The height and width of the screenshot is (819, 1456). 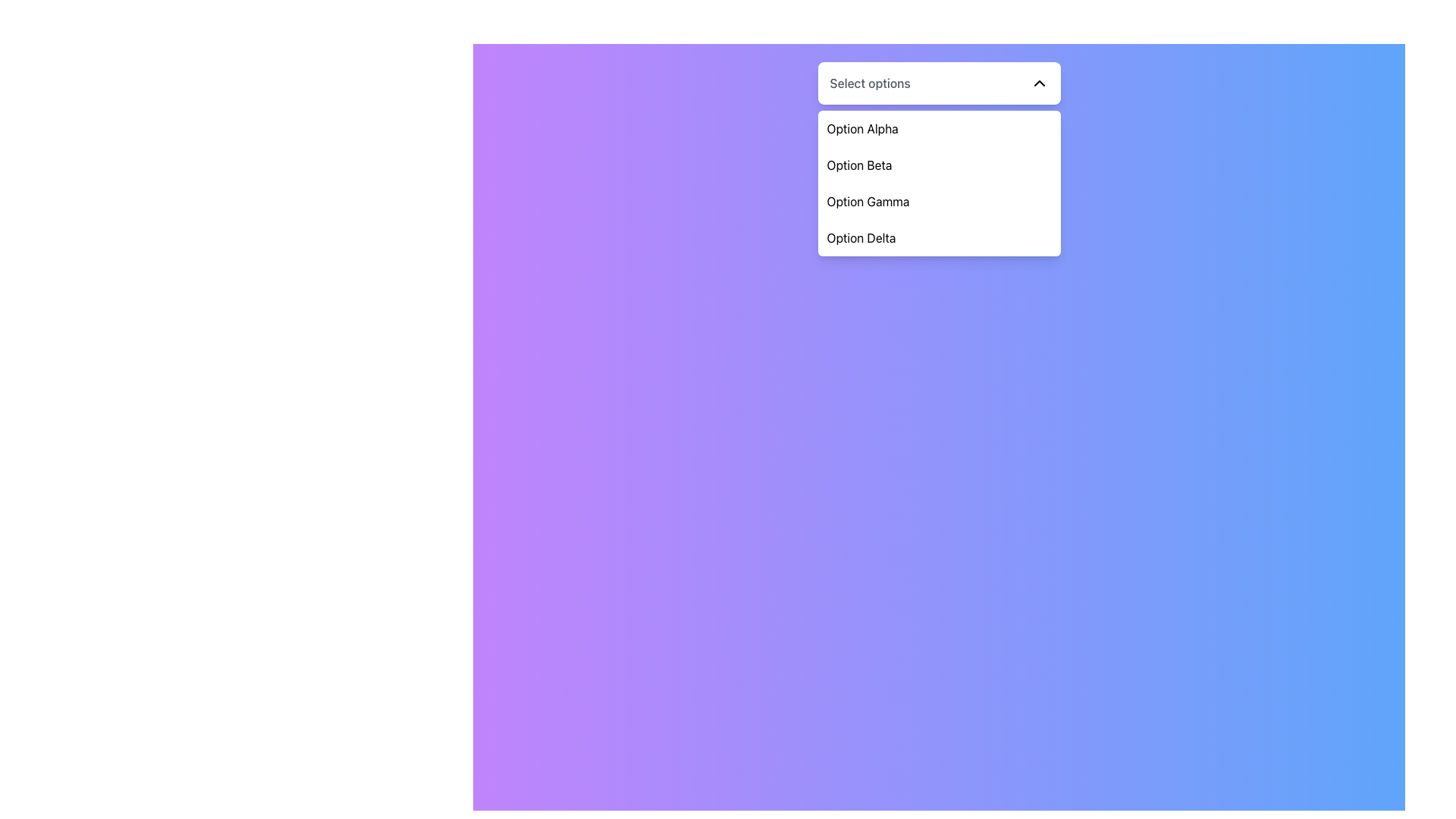 I want to click on the Chevron icon located at the top-right corner of the 'Select options' dropdown menu to indicate its collapsible state, so click(x=1038, y=83).